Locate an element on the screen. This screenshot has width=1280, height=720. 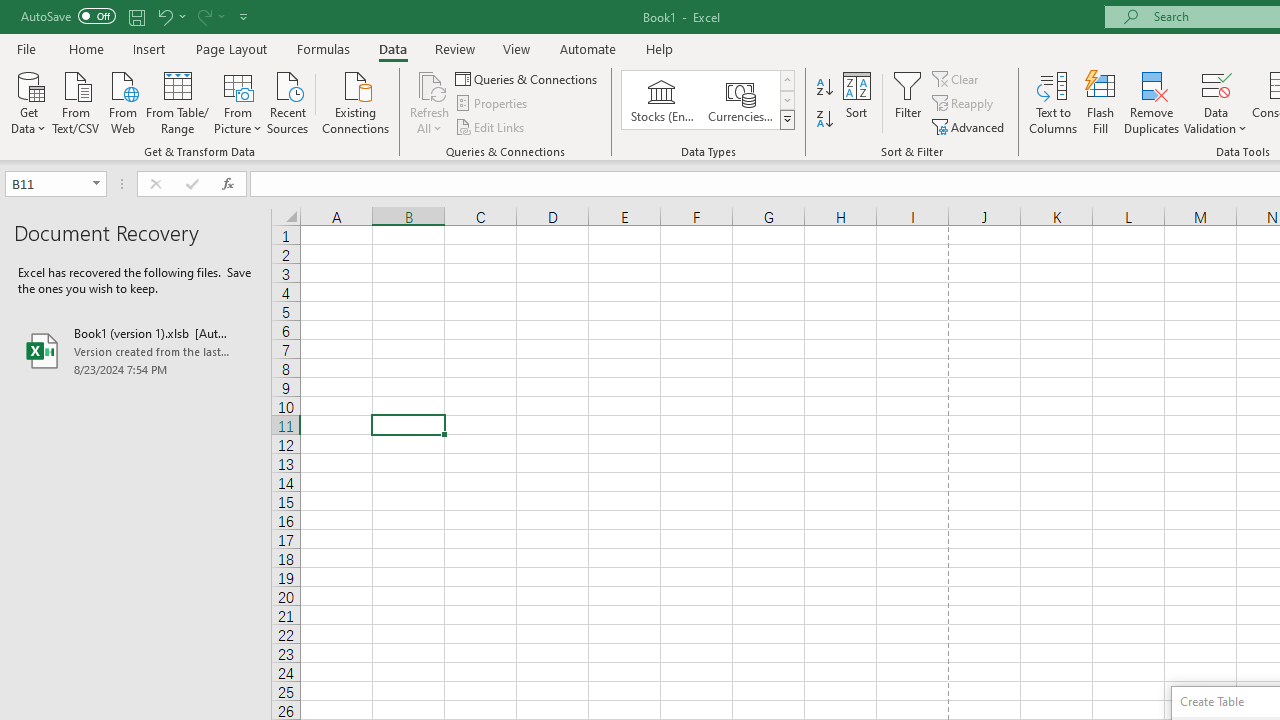
'Row Down' is located at coordinates (786, 100).